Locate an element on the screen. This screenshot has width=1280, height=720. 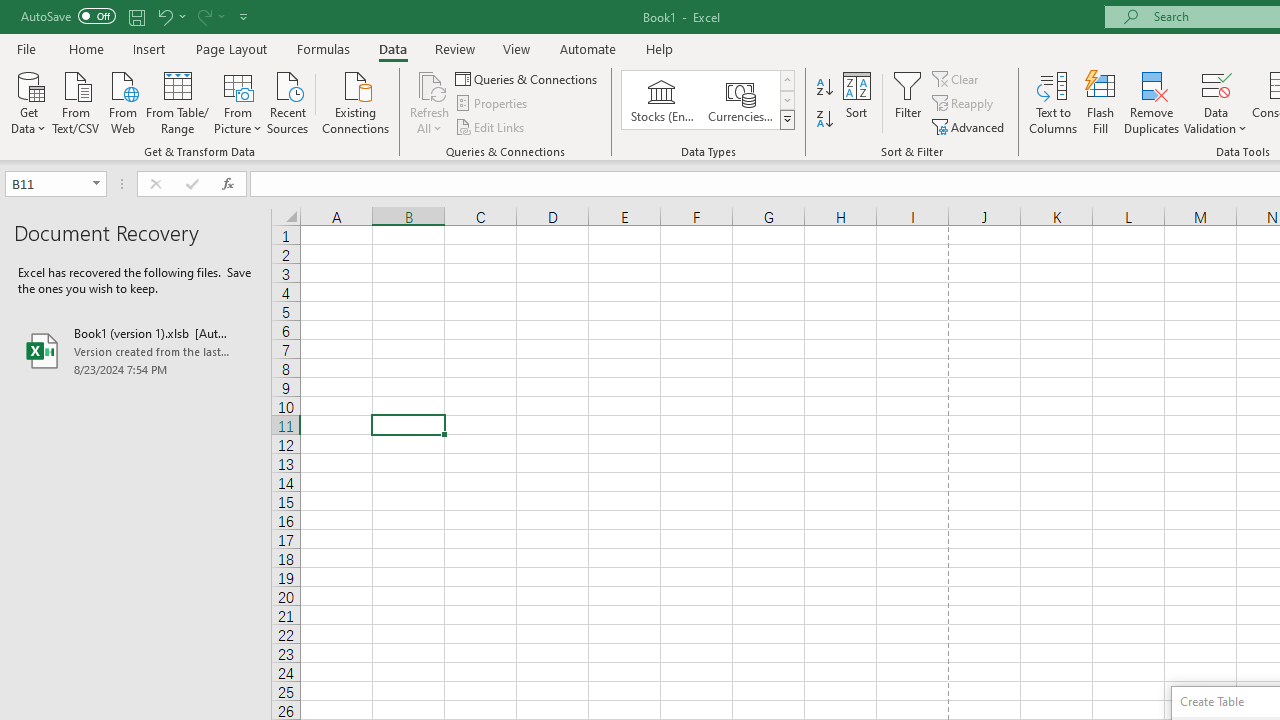
'Row Down' is located at coordinates (786, 100).